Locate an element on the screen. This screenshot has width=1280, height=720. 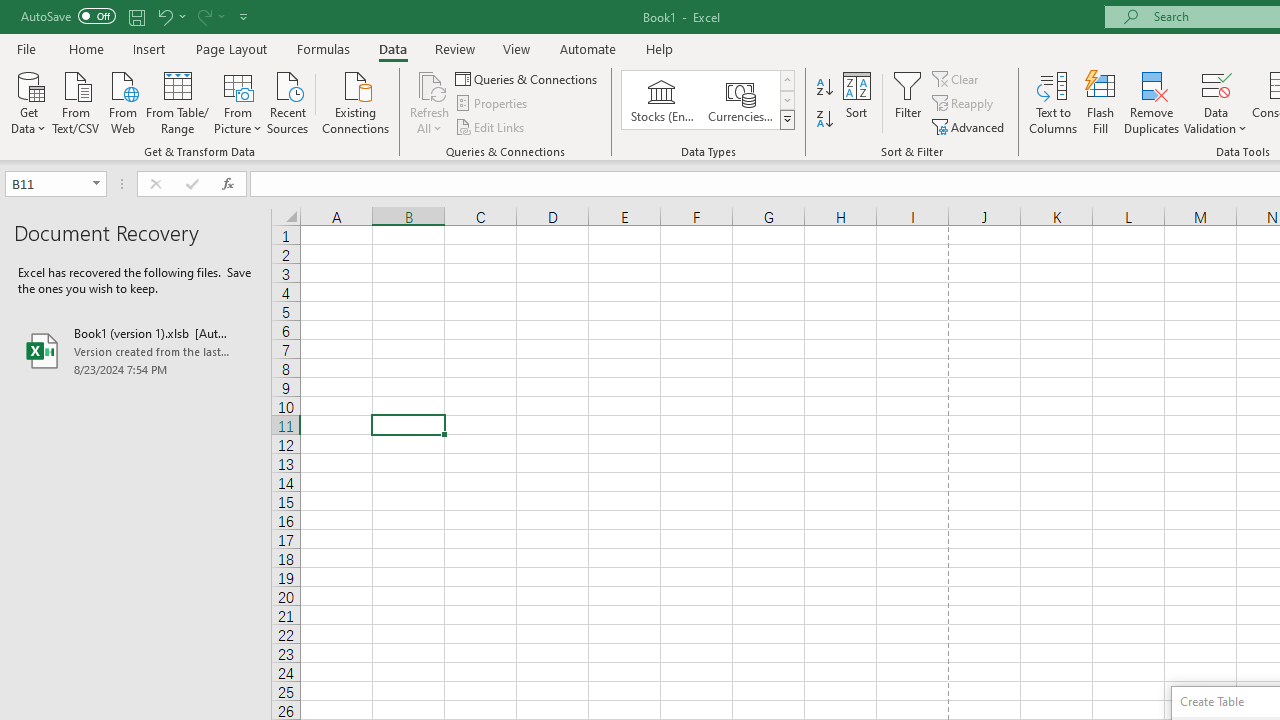
'Row Down' is located at coordinates (786, 100).